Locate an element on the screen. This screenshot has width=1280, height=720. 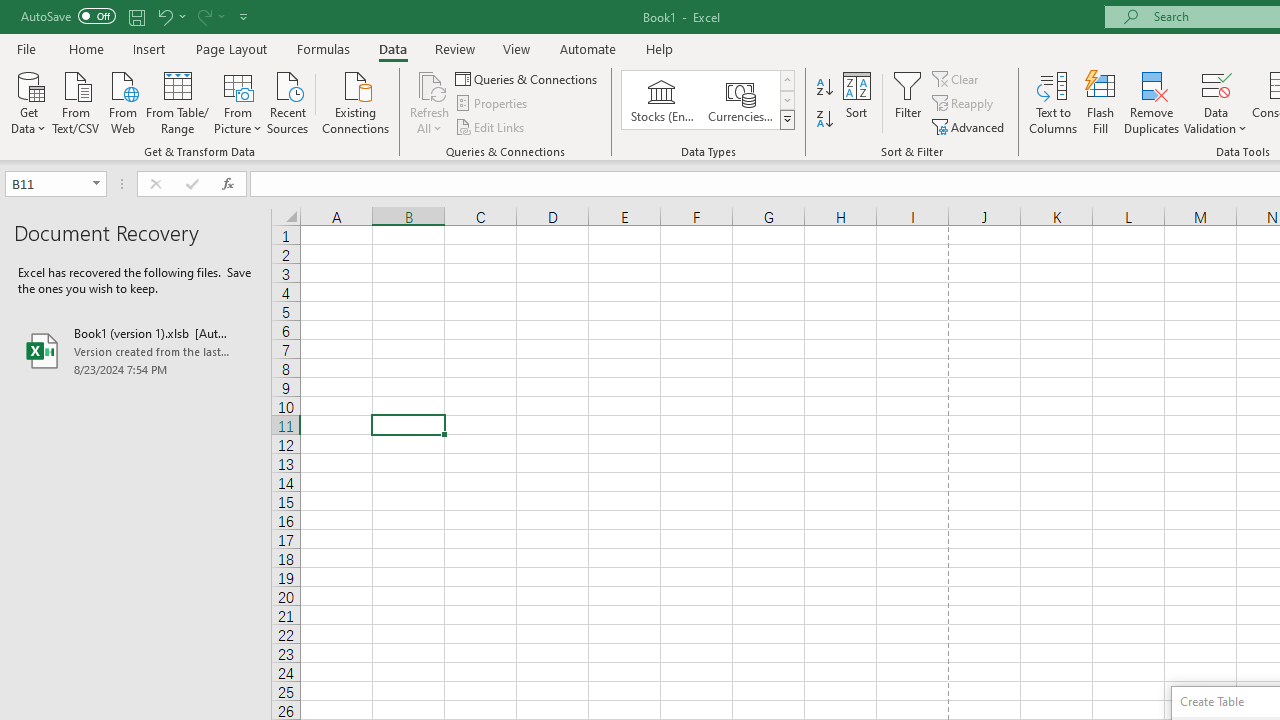
'Row Down' is located at coordinates (786, 100).